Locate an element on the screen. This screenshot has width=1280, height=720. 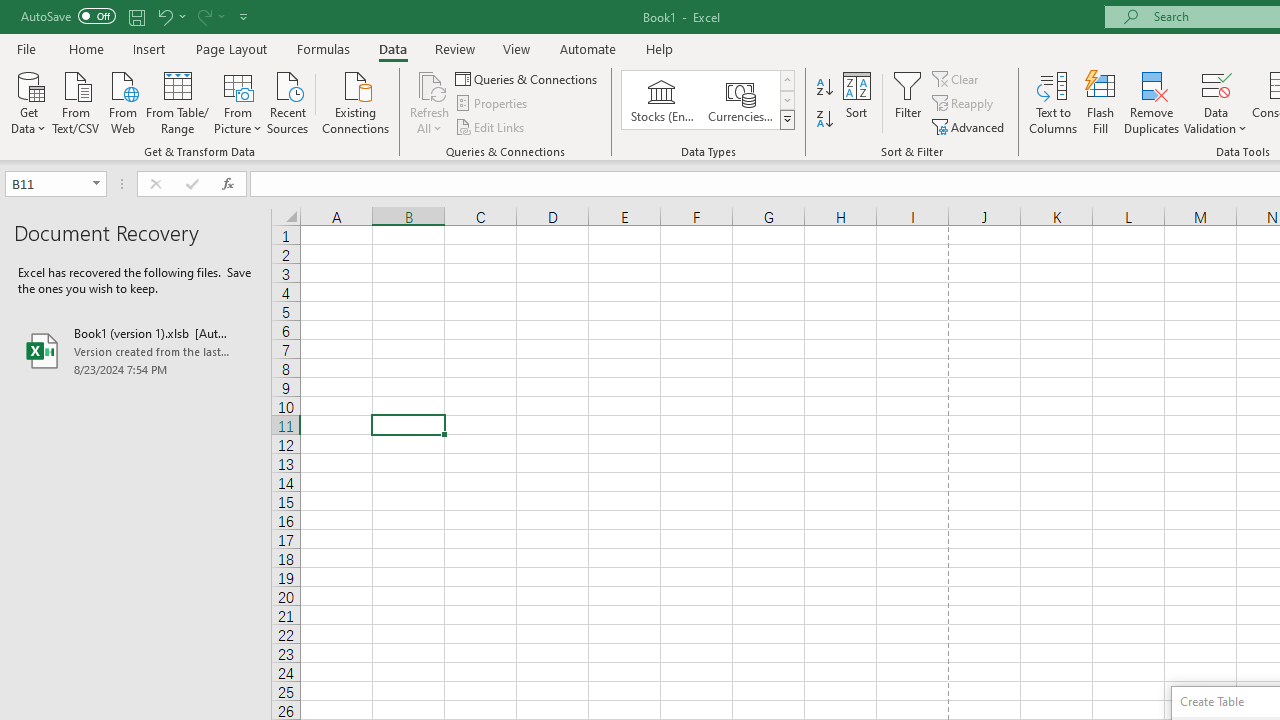
'Row Down' is located at coordinates (786, 100).